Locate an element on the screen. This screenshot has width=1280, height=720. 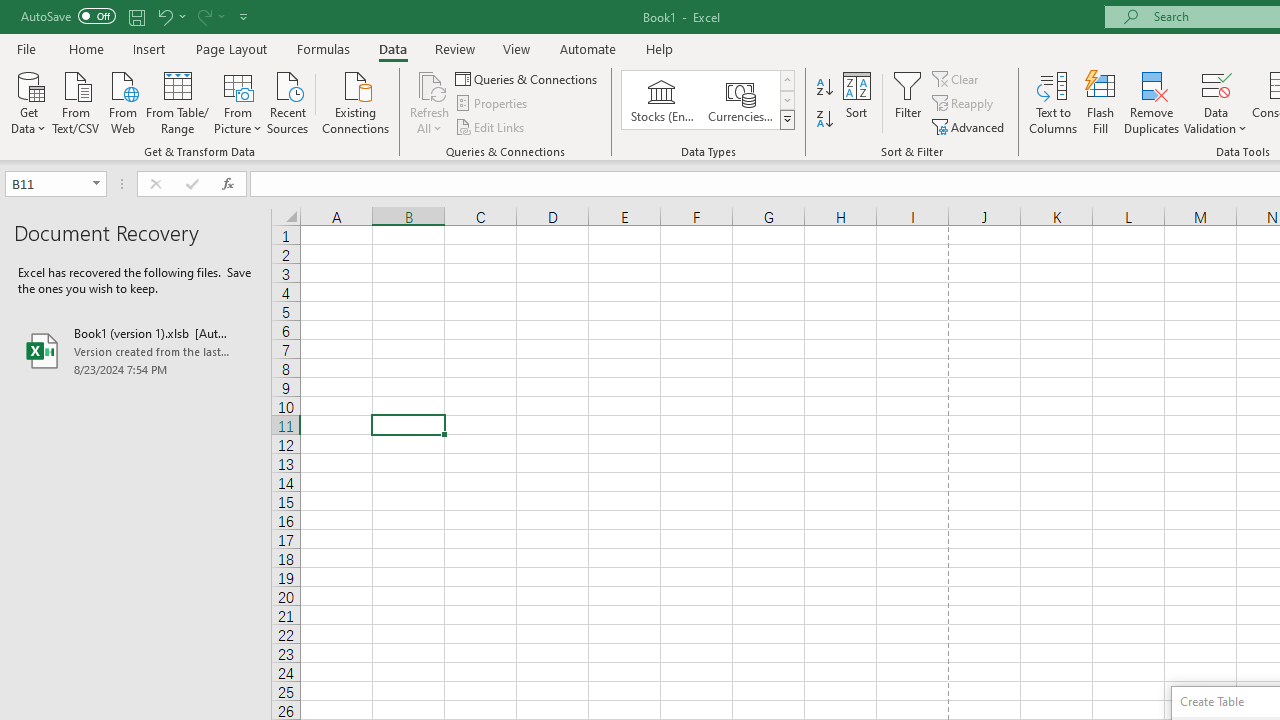
'Row Down' is located at coordinates (786, 100).